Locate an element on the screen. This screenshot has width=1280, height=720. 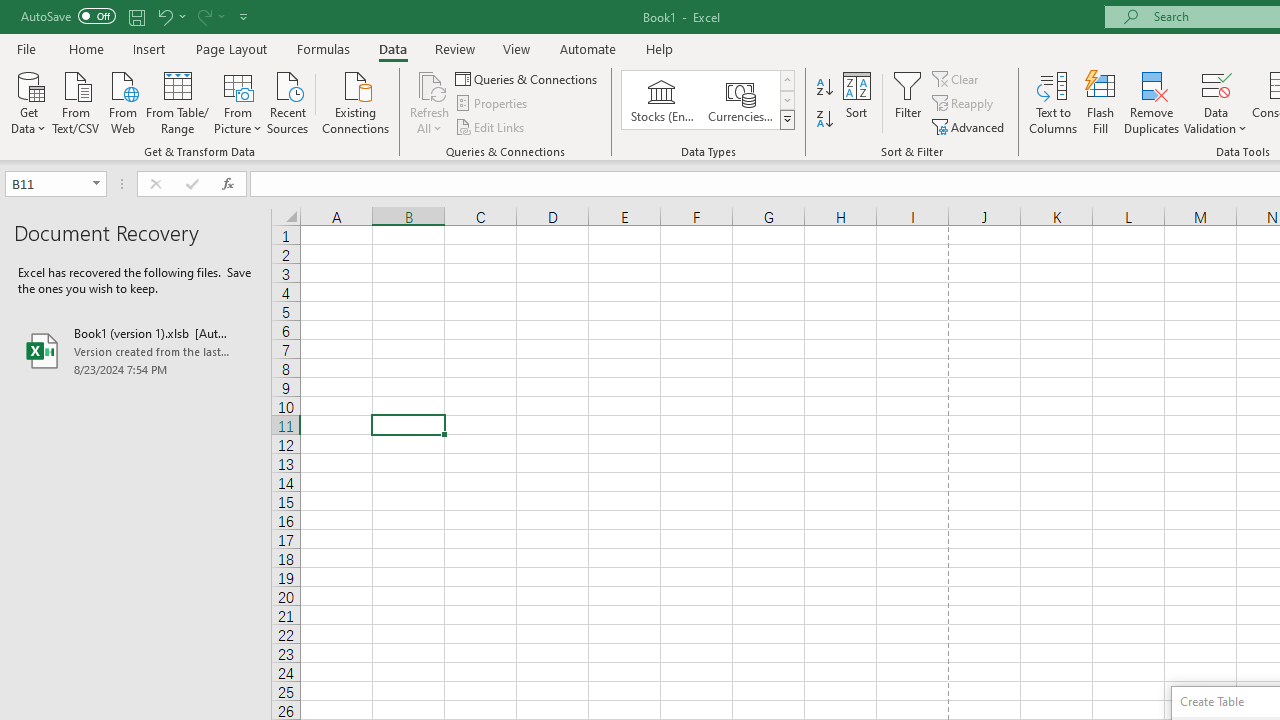
'Row Down' is located at coordinates (786, 100).